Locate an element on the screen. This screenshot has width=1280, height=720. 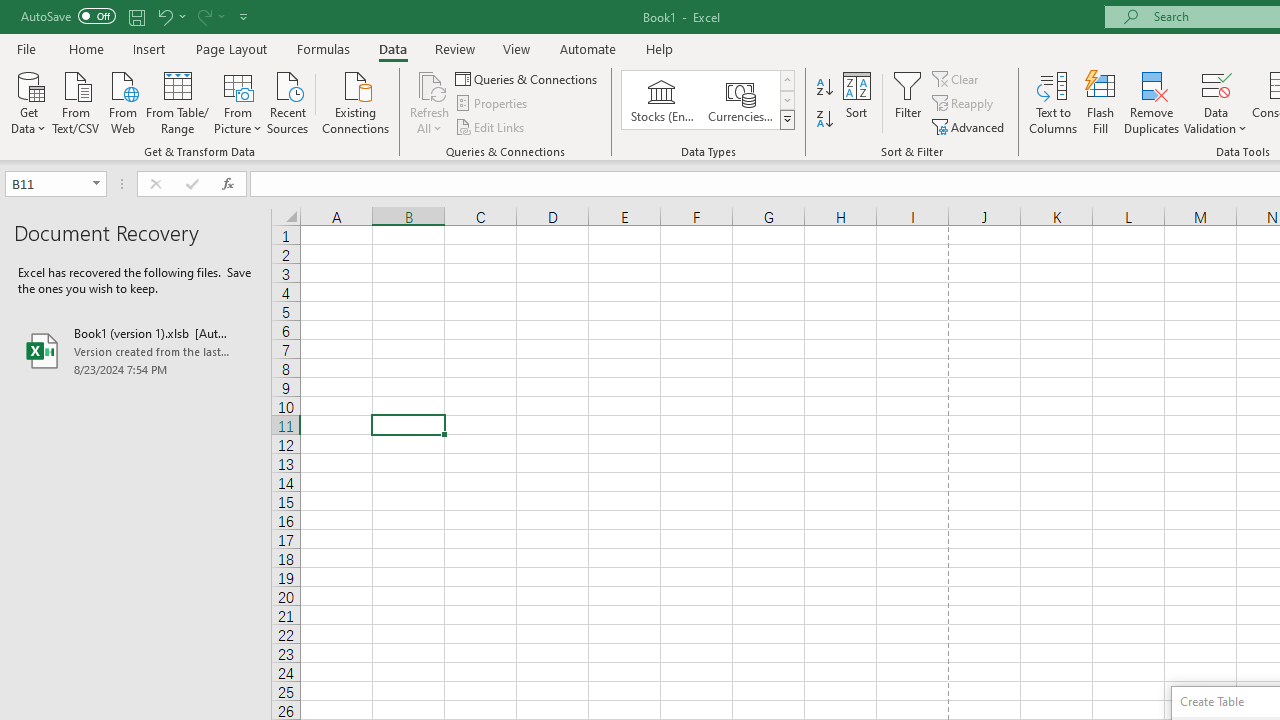
'Row Down' is located at coordinates (786, 100).